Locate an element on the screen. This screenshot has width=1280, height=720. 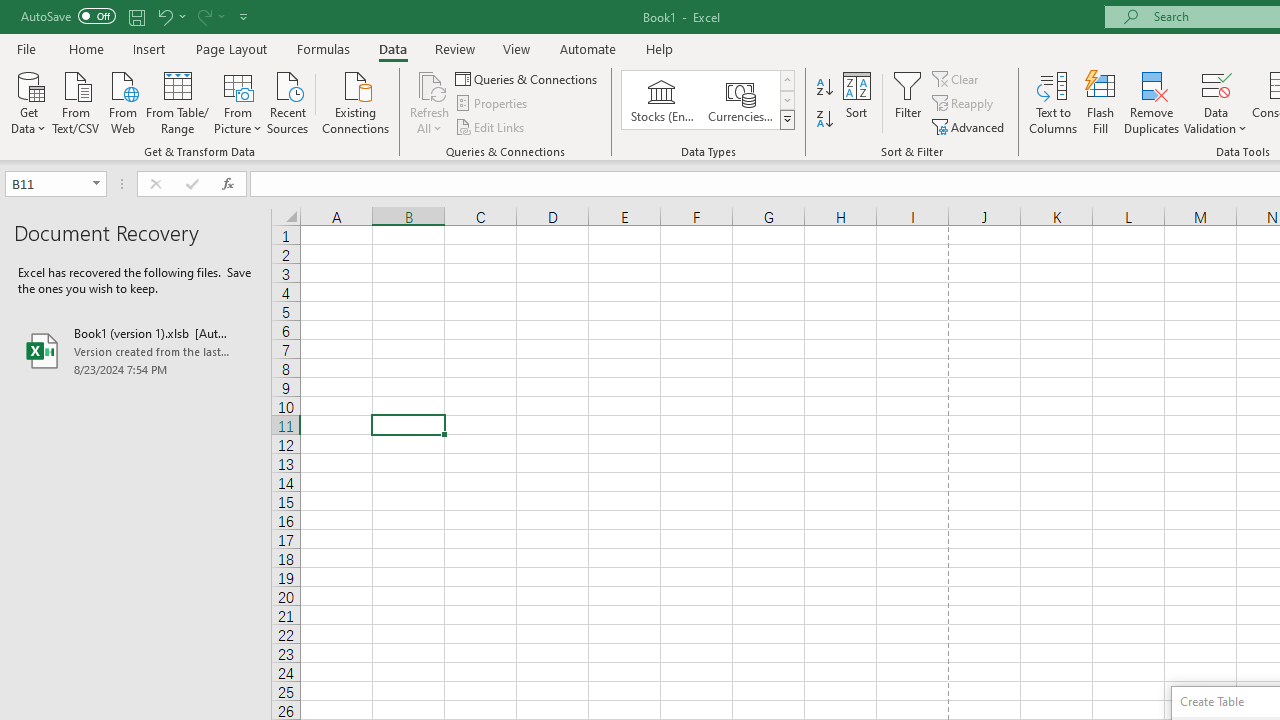
'Row Down' is located at coordinates (786, 100).